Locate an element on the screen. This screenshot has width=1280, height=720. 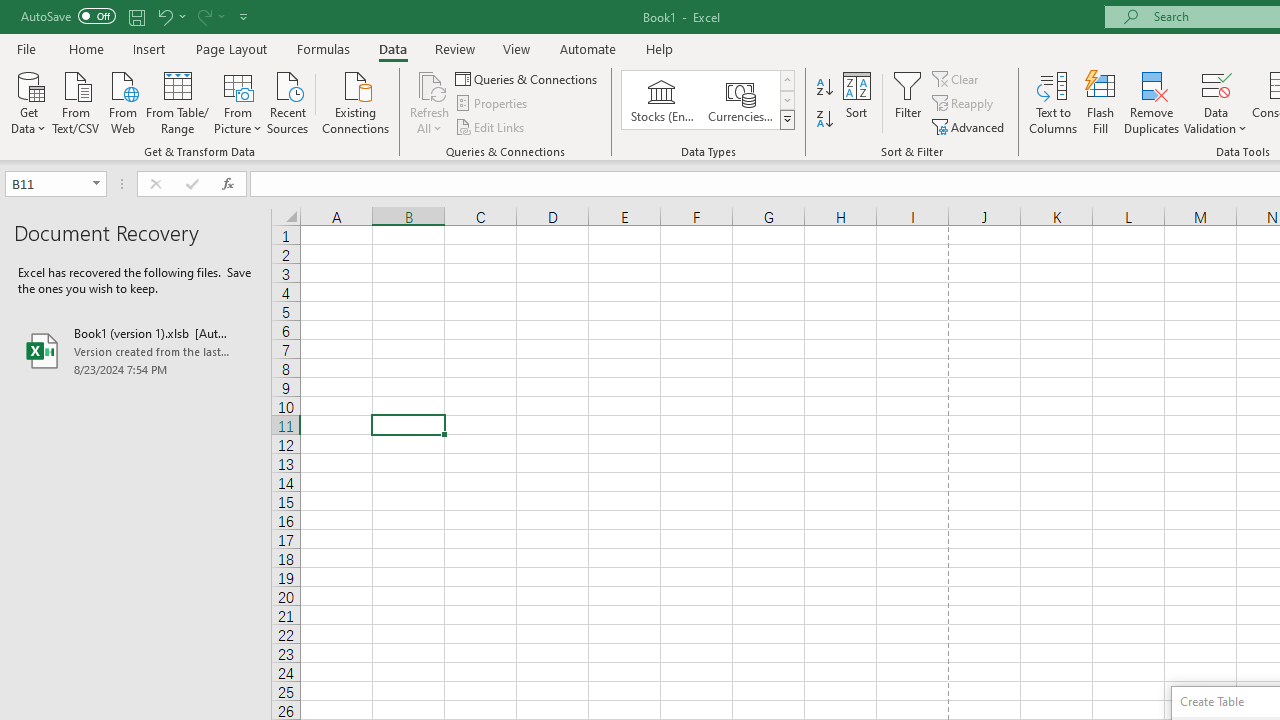
'Row Down' is located at coordinates (786, 100).